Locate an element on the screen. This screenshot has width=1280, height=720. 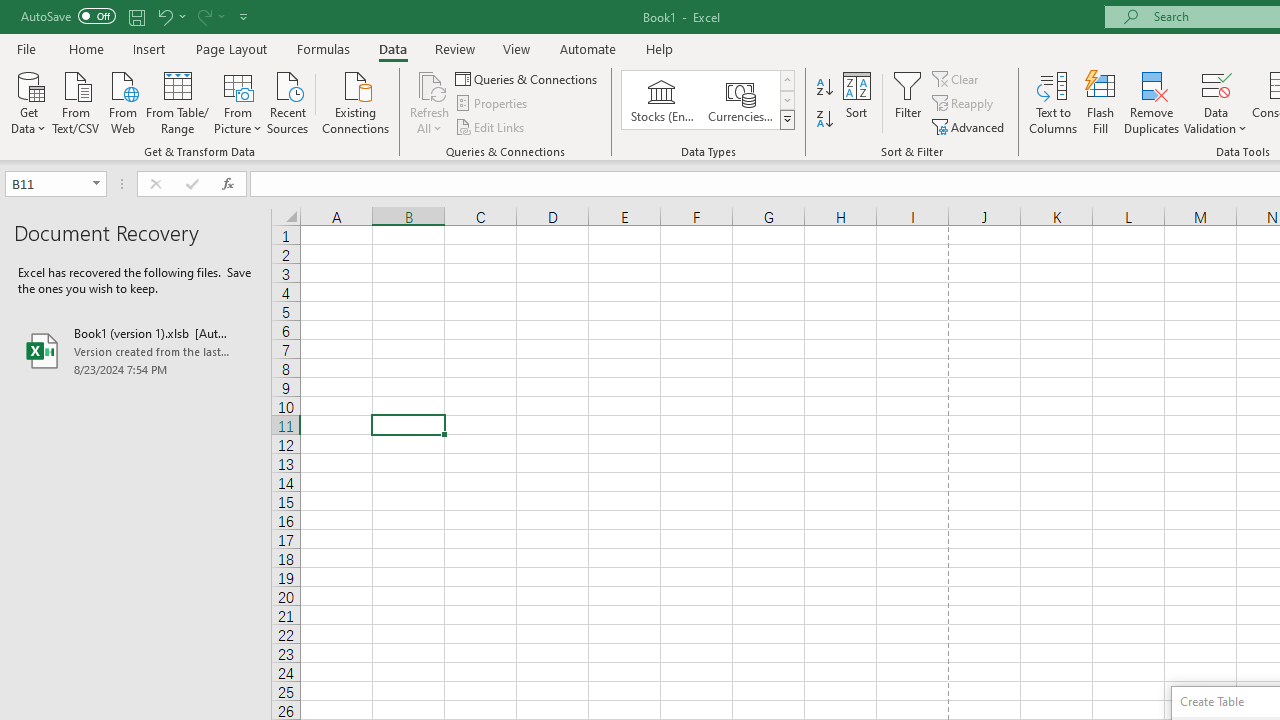
'Row Down' is located at coordinates (786, 100).